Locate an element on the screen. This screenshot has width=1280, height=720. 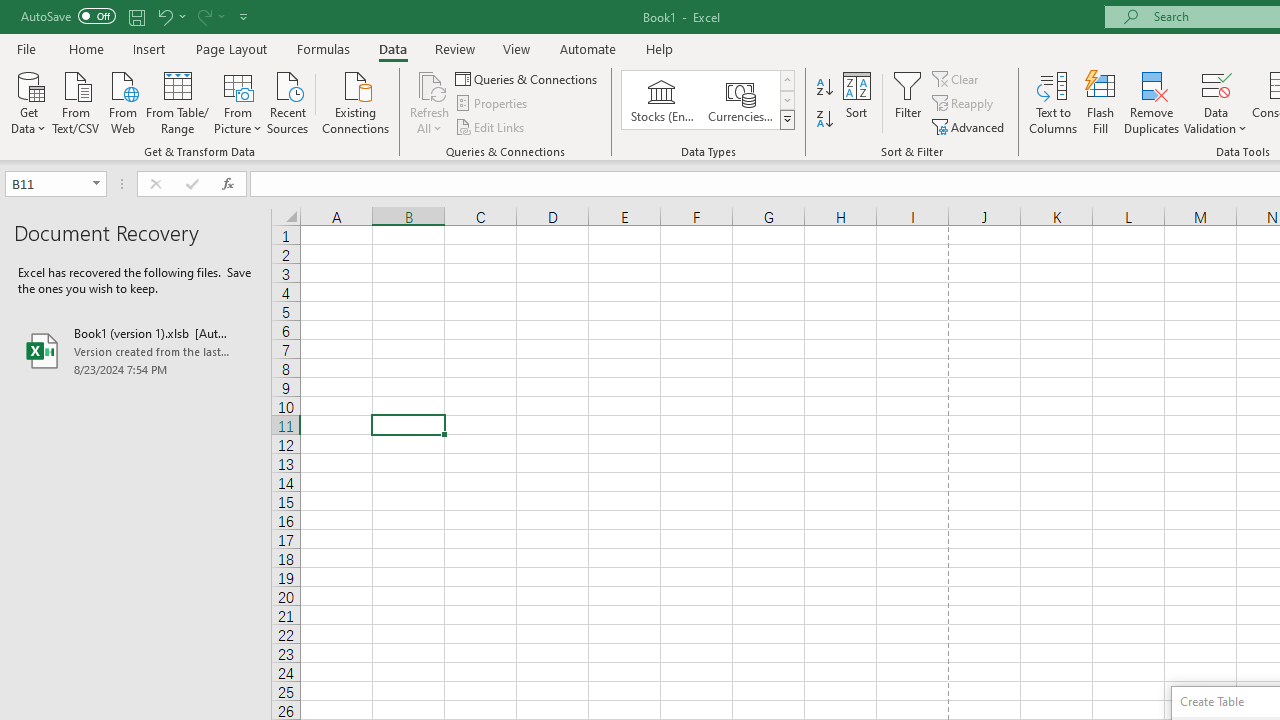
'Row Down' is located at coordinates (786, 100).